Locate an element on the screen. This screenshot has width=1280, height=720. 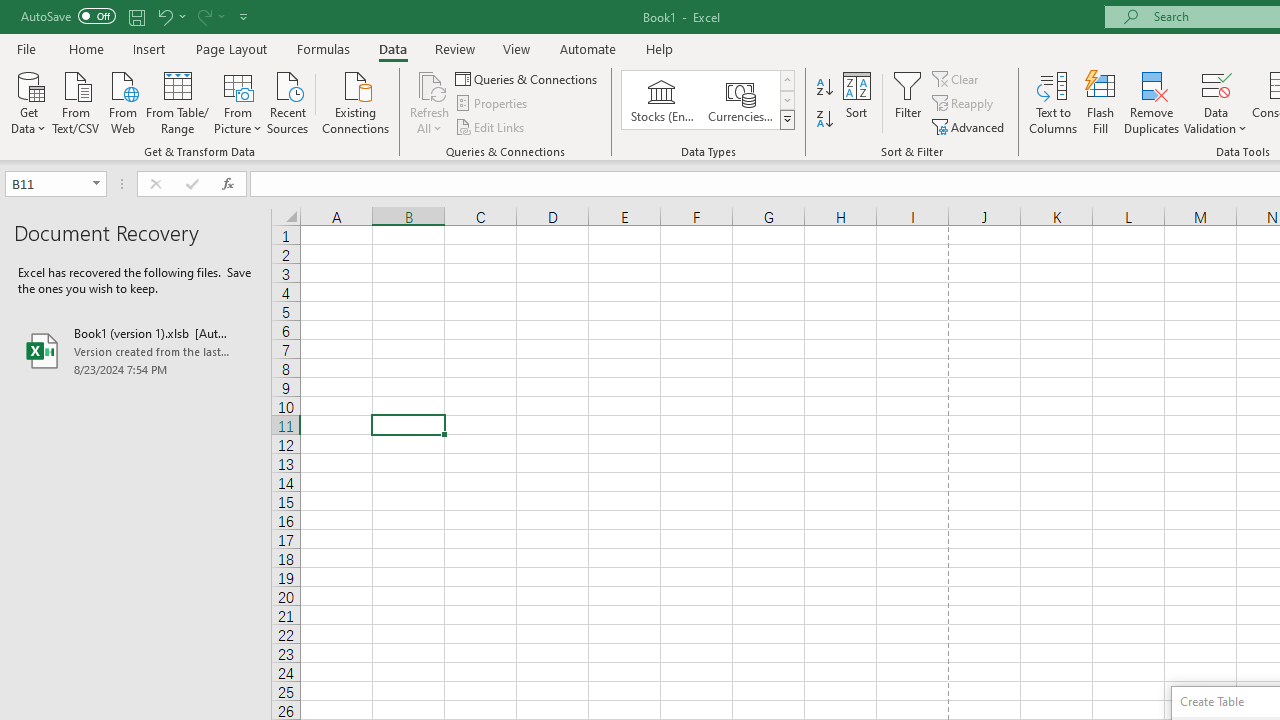
'Row Down' is located at coordinates (786, 100).